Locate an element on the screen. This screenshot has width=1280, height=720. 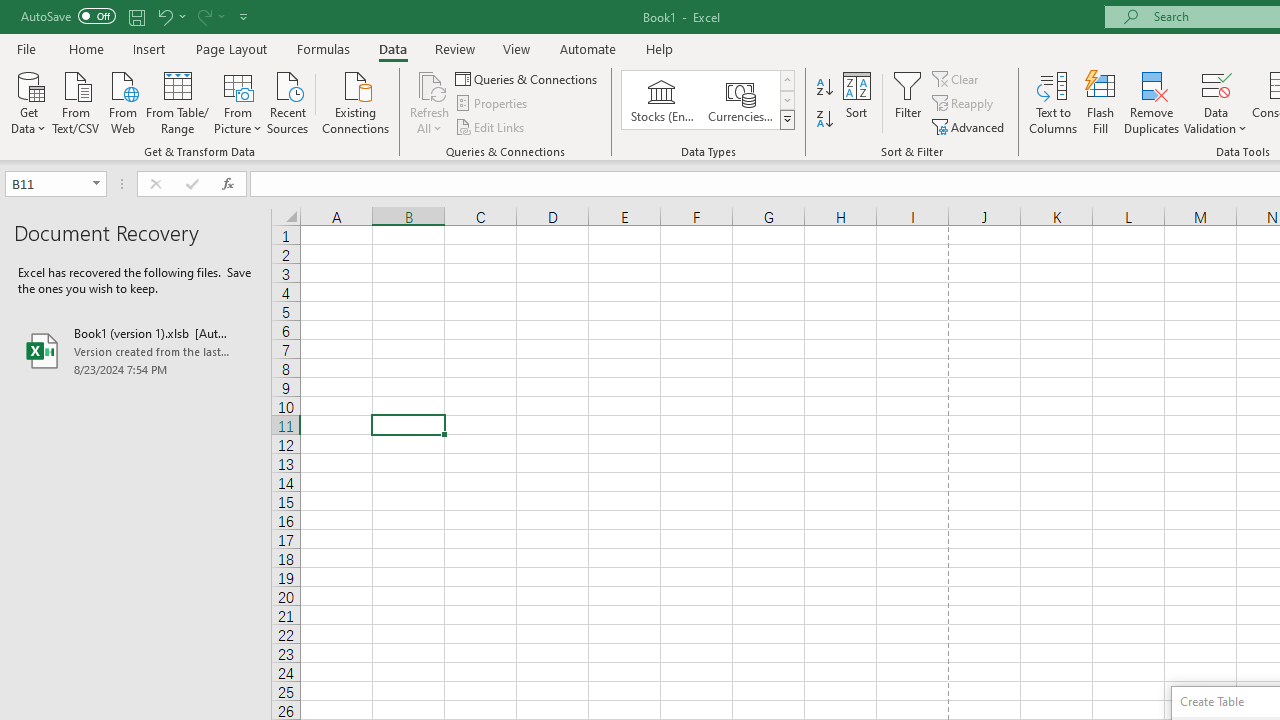
'Row Down' is located at coordinates (786, 100).